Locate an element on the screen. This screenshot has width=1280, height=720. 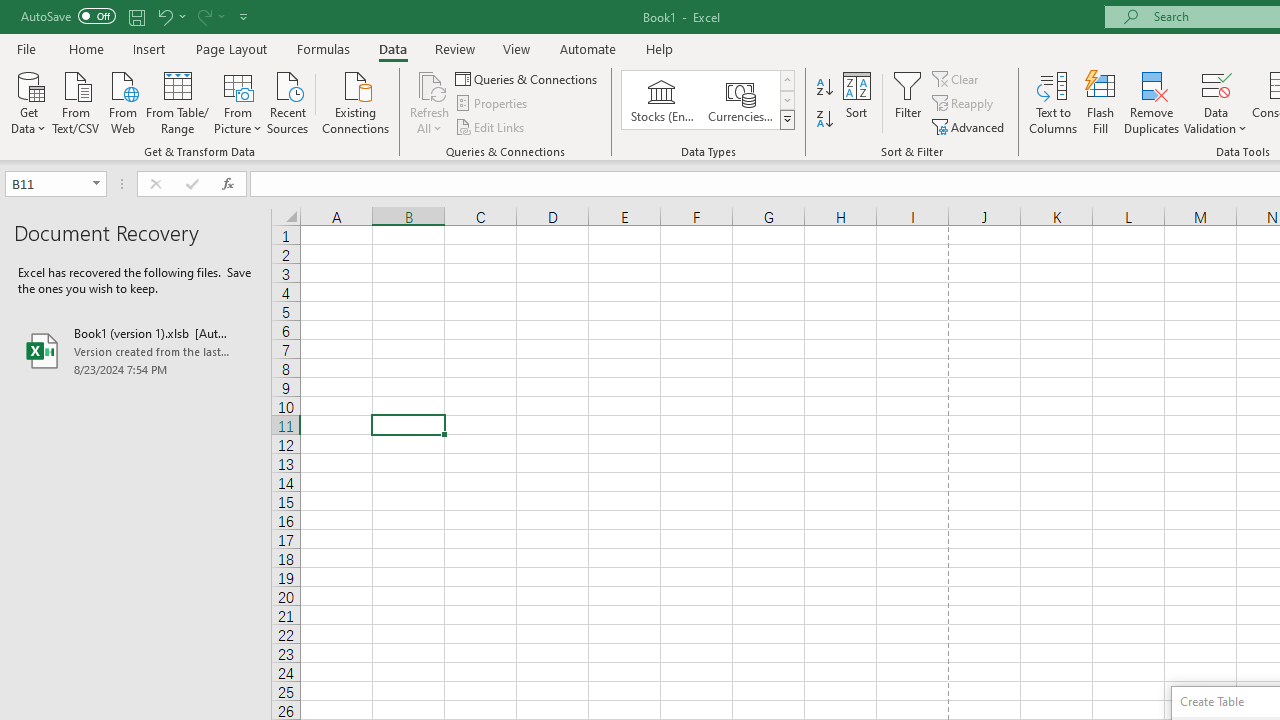
'Row Down' is located at coordinates (786, 100).